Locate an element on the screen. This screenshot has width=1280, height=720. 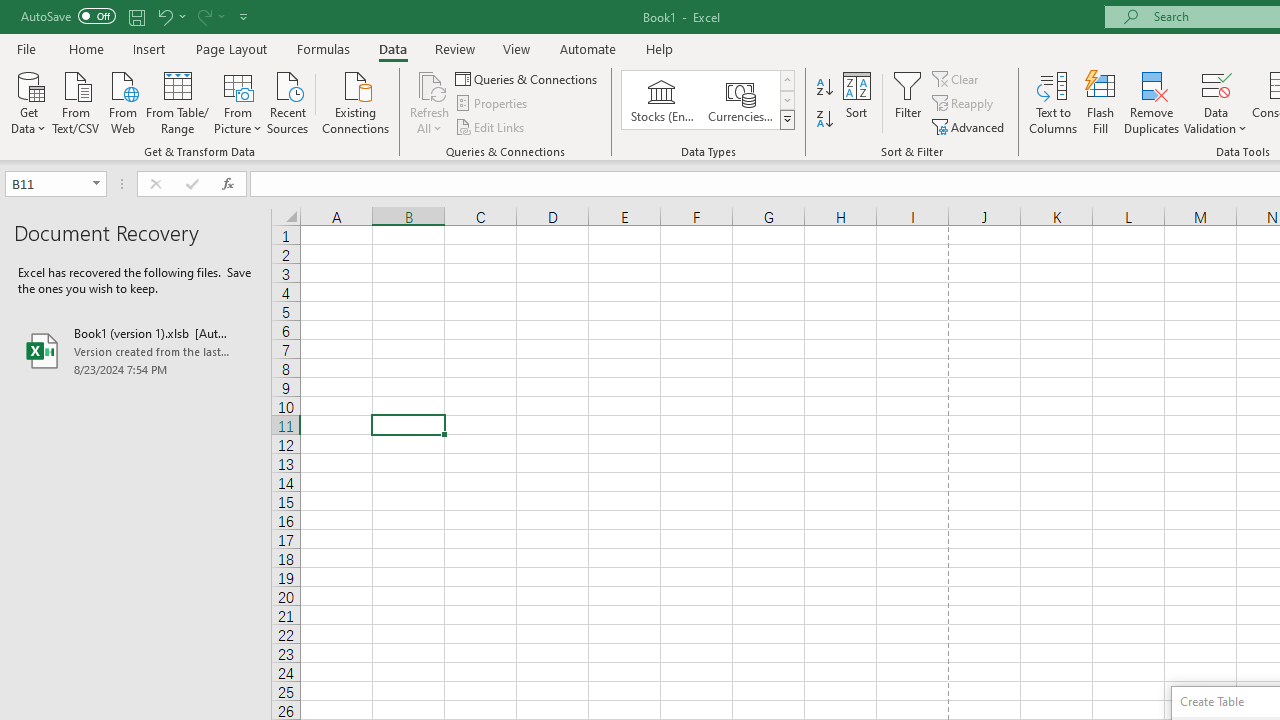
'Row Down' is located at coordinates (786, 100).